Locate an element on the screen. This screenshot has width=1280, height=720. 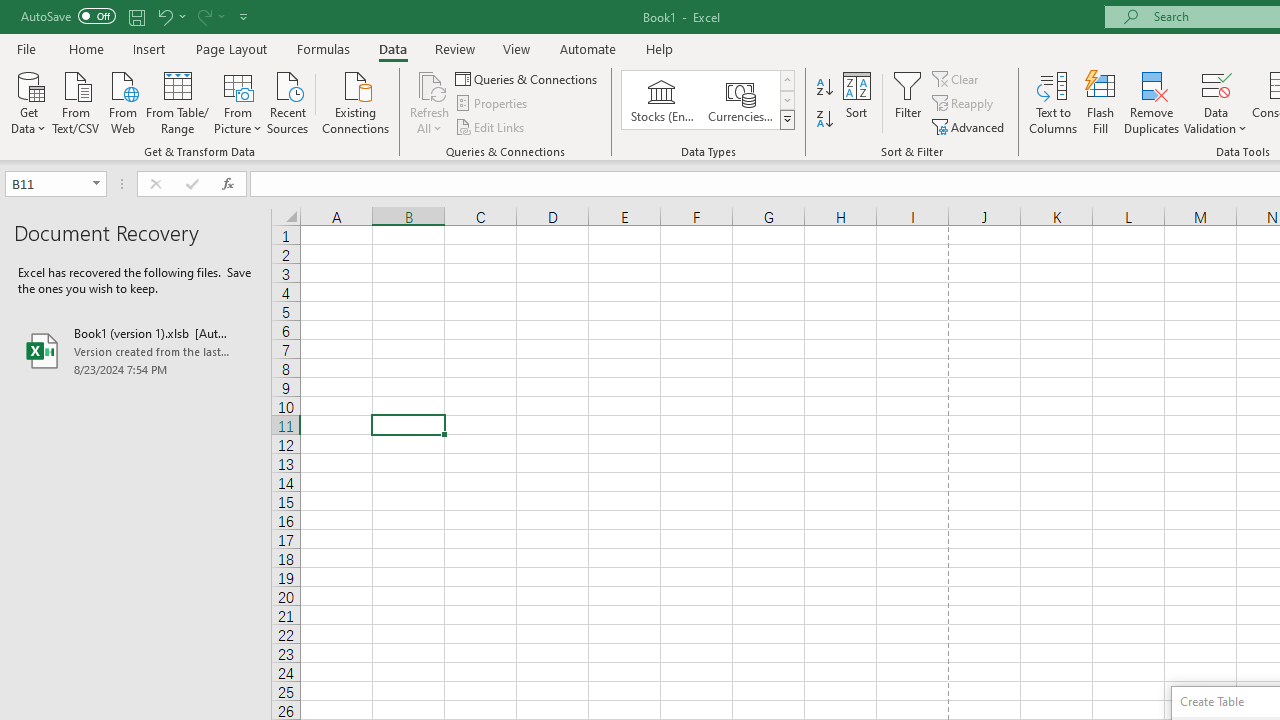
'Row Down' is located at coordinates (786, 100).